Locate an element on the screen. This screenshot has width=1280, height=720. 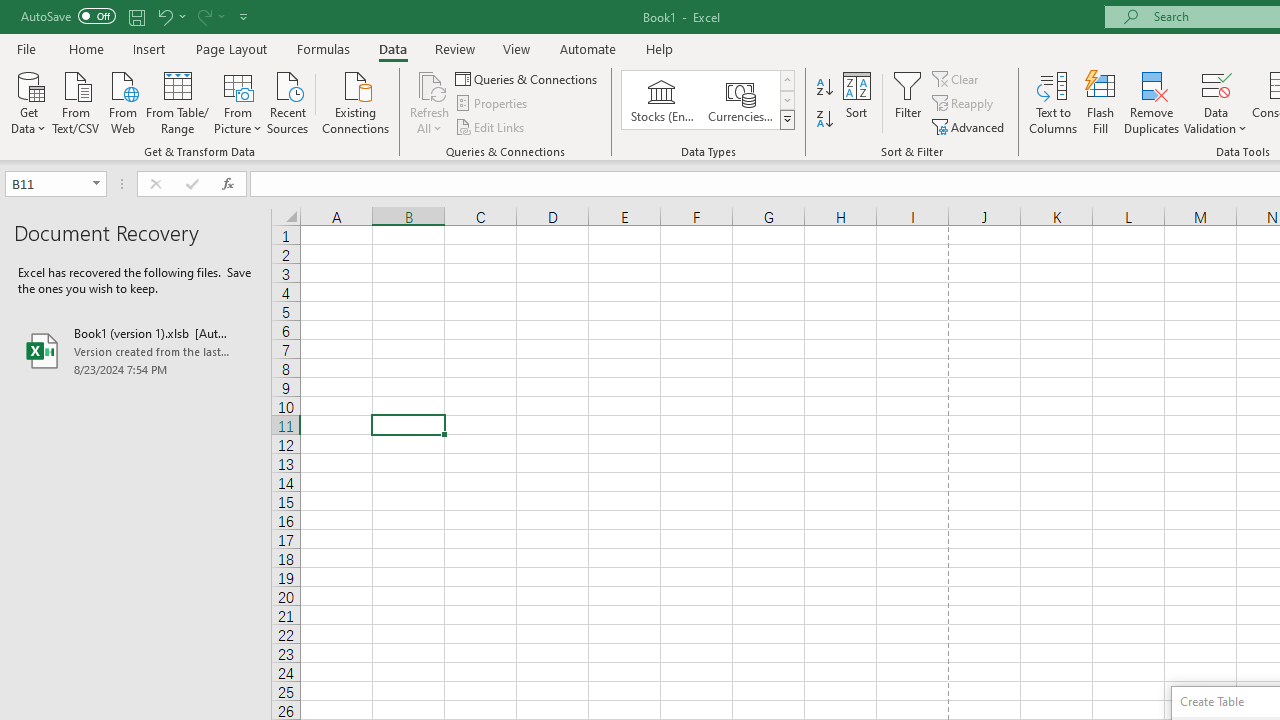
'Row Down' is located at coordinates (786, 100).